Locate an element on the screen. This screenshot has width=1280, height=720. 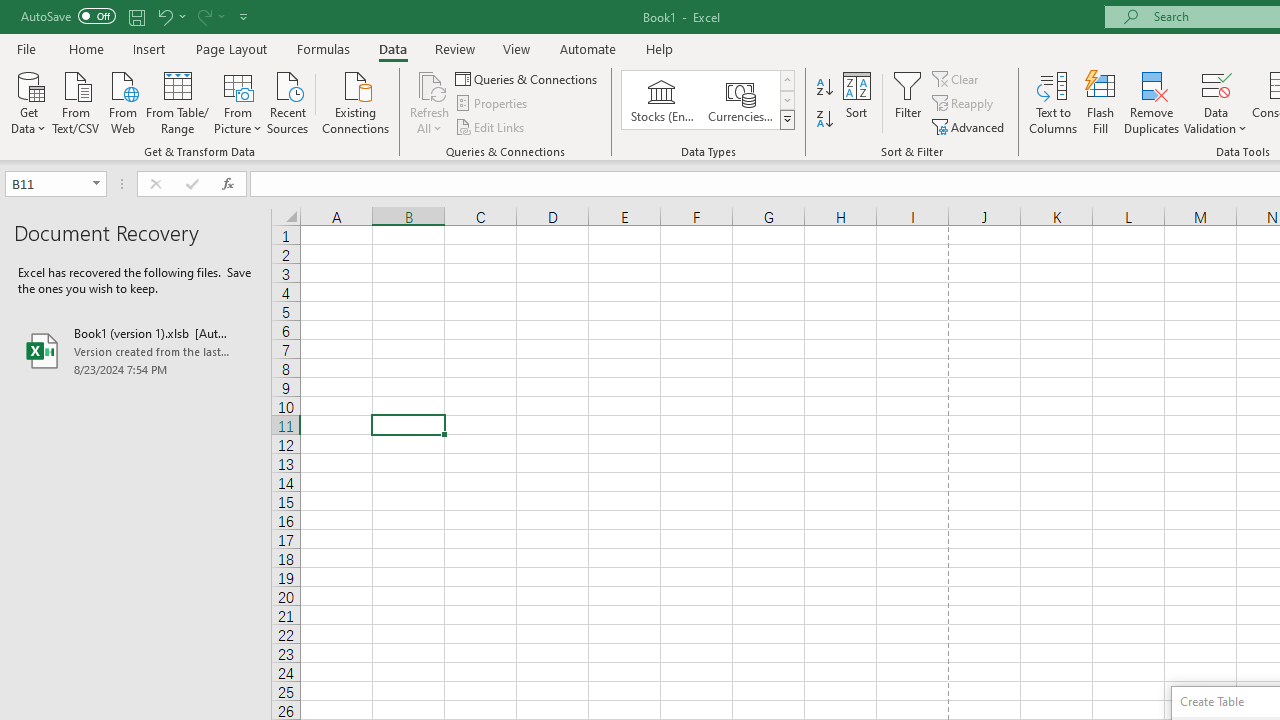
'Row Down' is located at coordinates (786, 100).